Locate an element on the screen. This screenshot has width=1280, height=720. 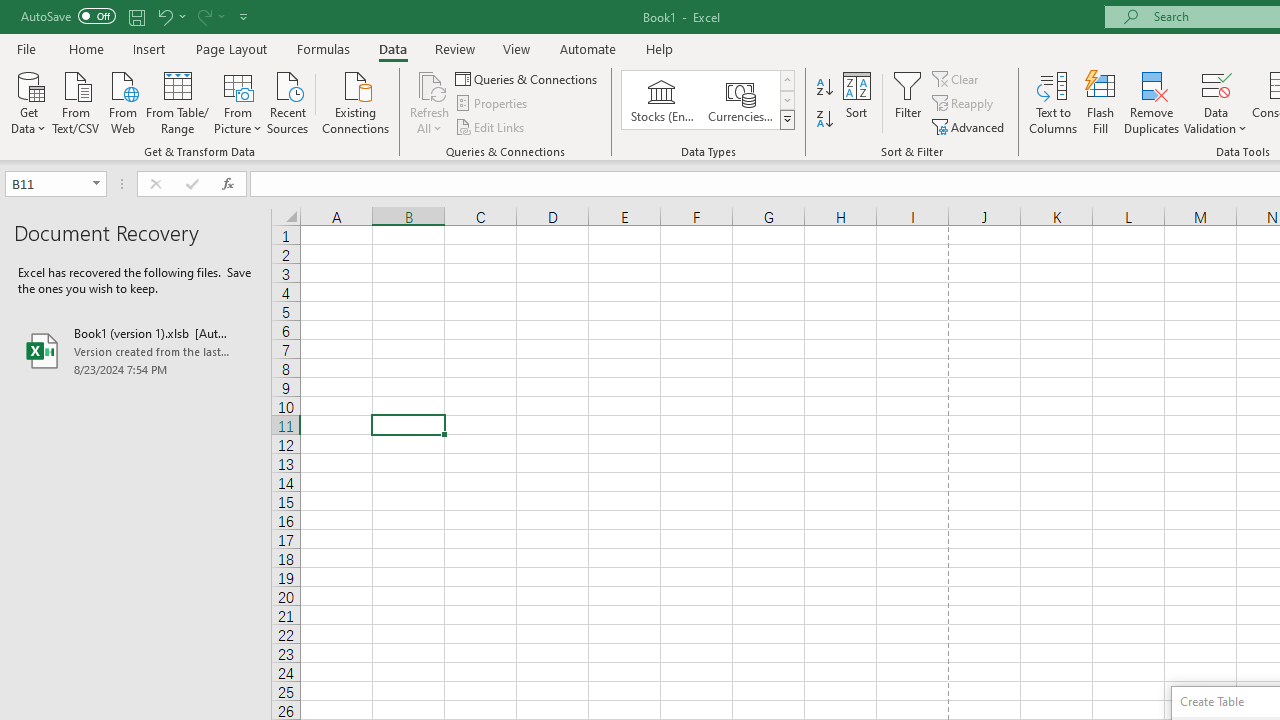
'Row Down' is located at coordinates (786, 100).